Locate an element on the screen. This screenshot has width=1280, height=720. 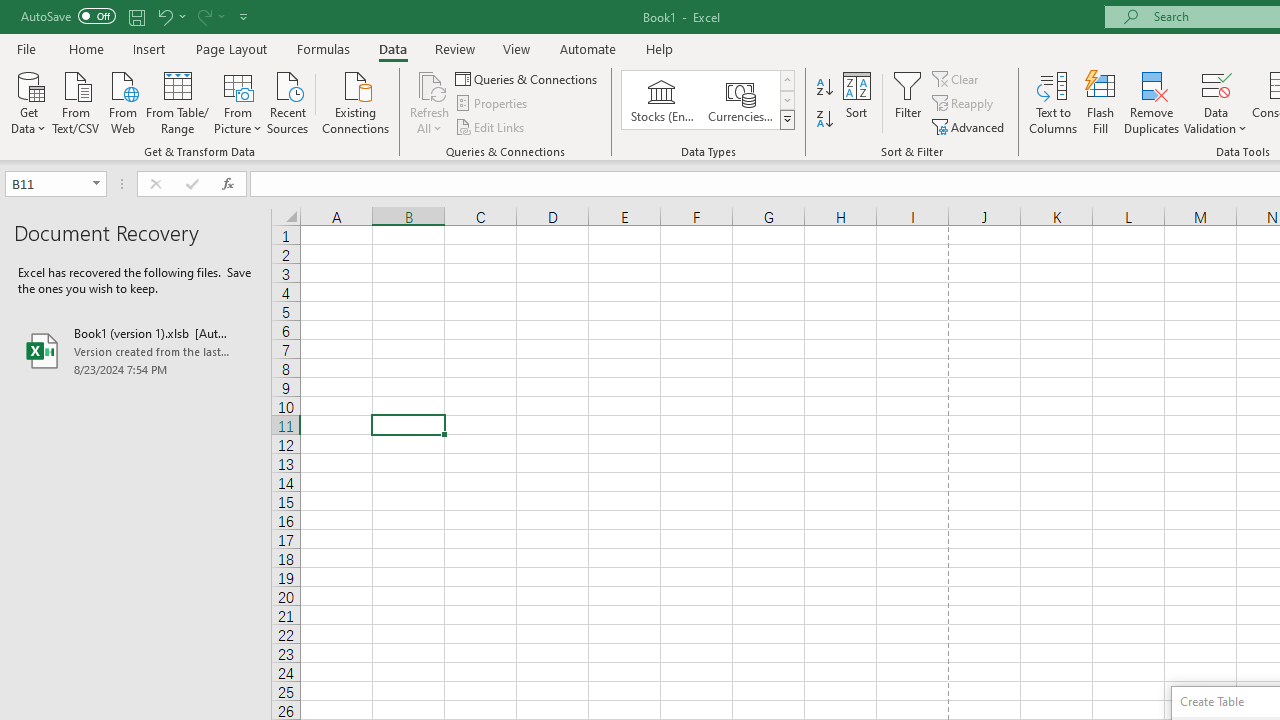
'Row Down' is located at coordinates (786, 100).